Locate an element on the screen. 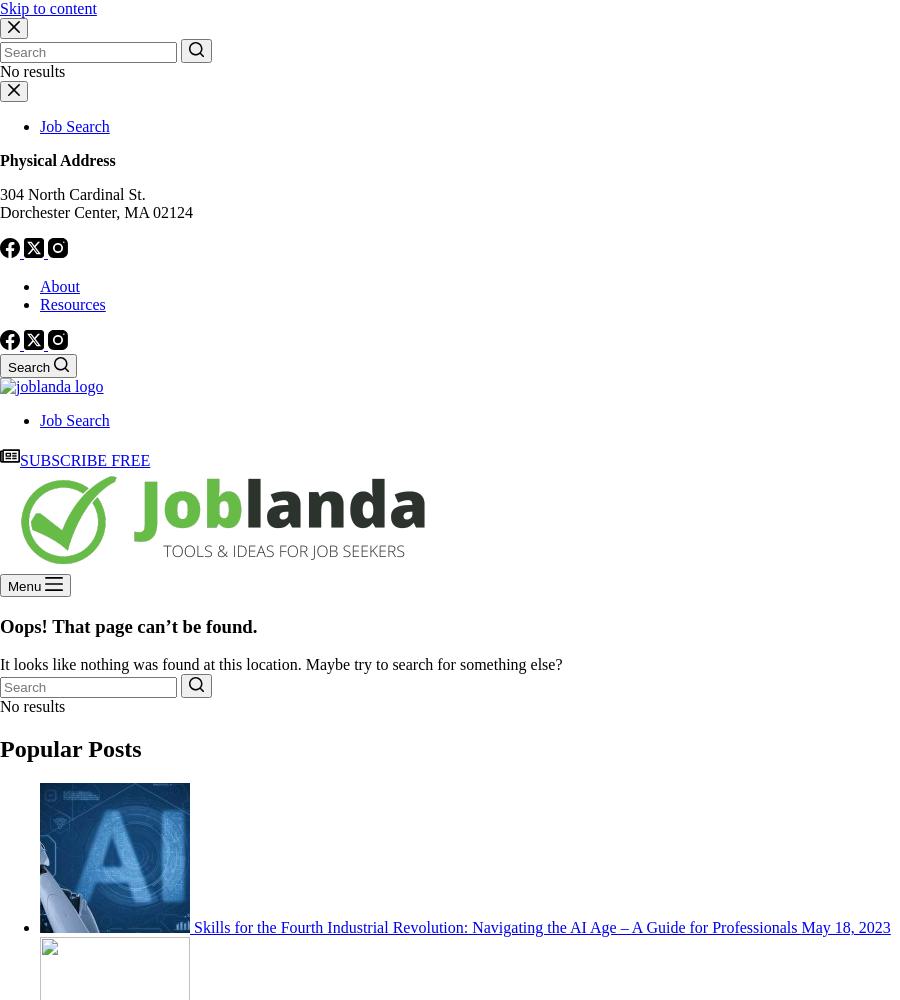 The width and height of the screenshot is (900, 1000). 'About' is located at coordinates (59, 286).